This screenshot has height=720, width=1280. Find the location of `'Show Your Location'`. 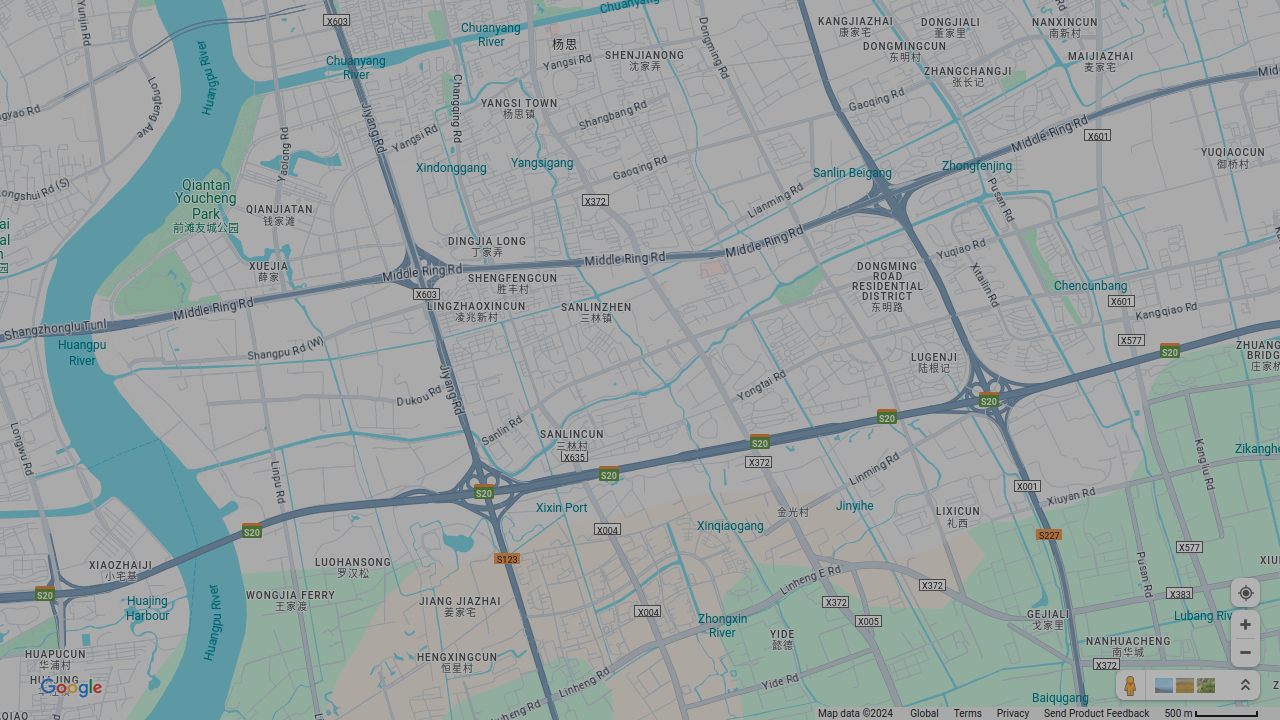

'Show Your Location' is located at coordinates (1244, 591).